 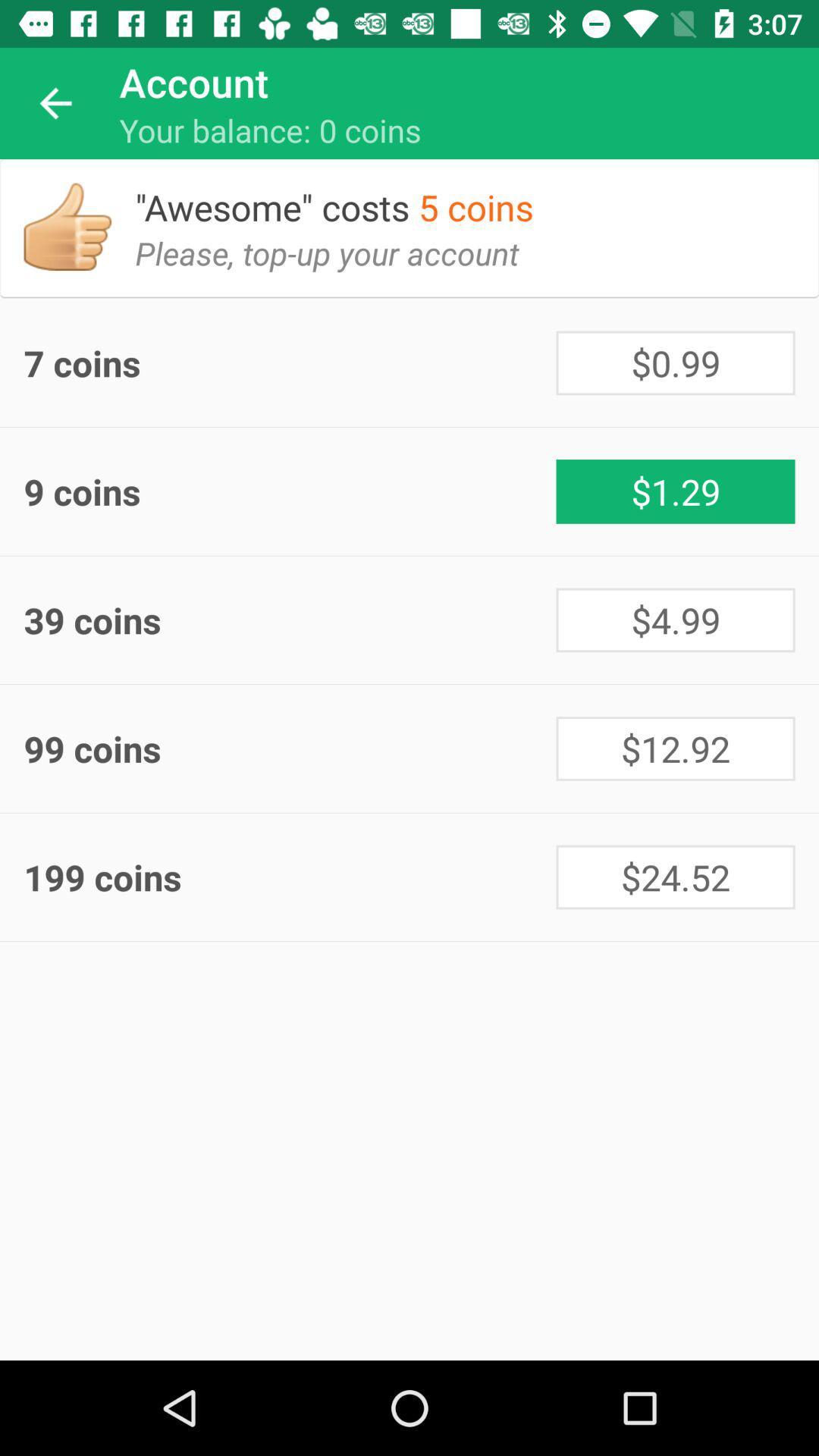 I want to click on icon to the left of the $4.99, so click(x=290, y=620).